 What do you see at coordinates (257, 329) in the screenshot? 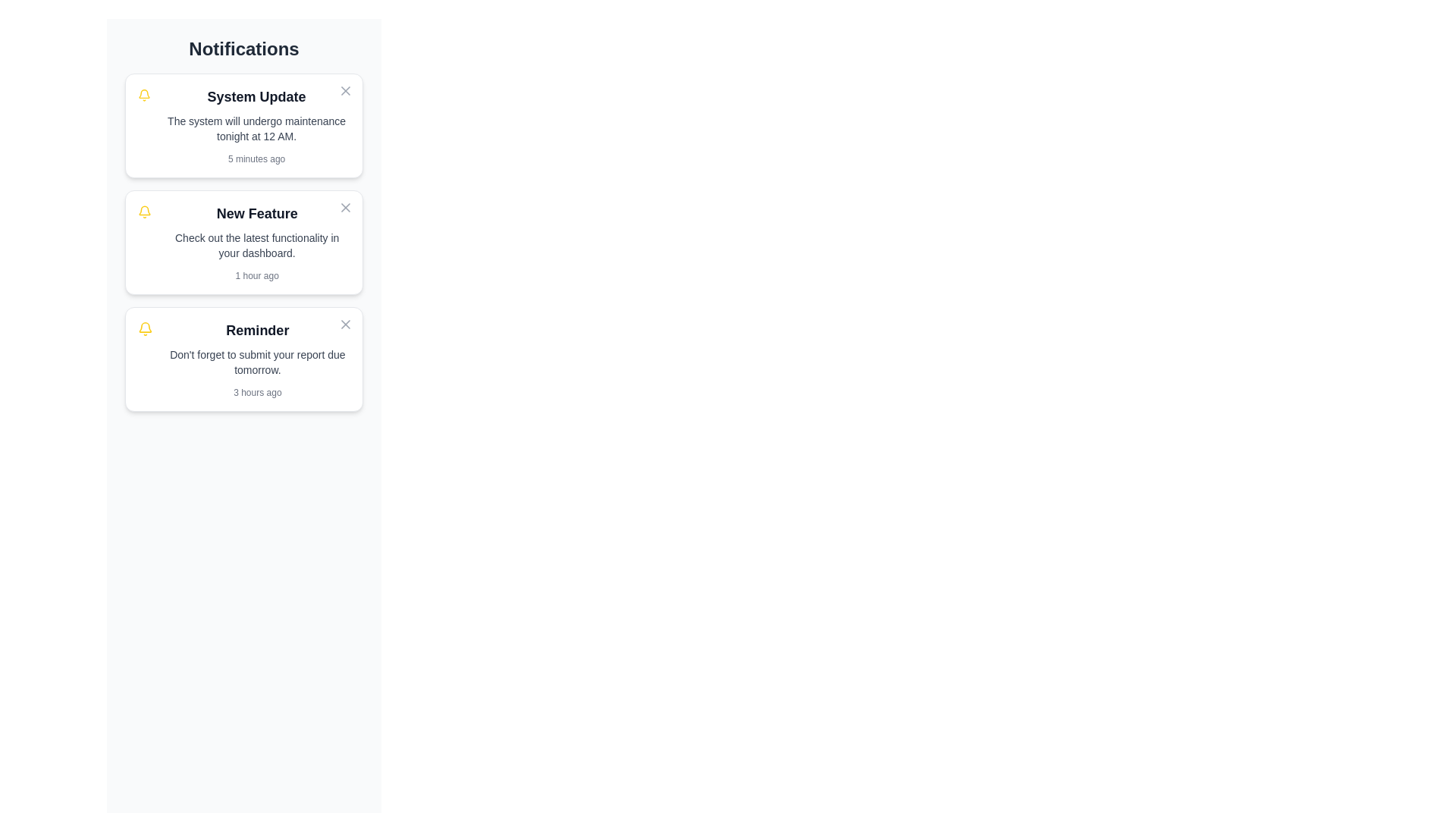
I see `the text label that serves as the title of the third notification card in the notification list` at bounding box center [257, 329].